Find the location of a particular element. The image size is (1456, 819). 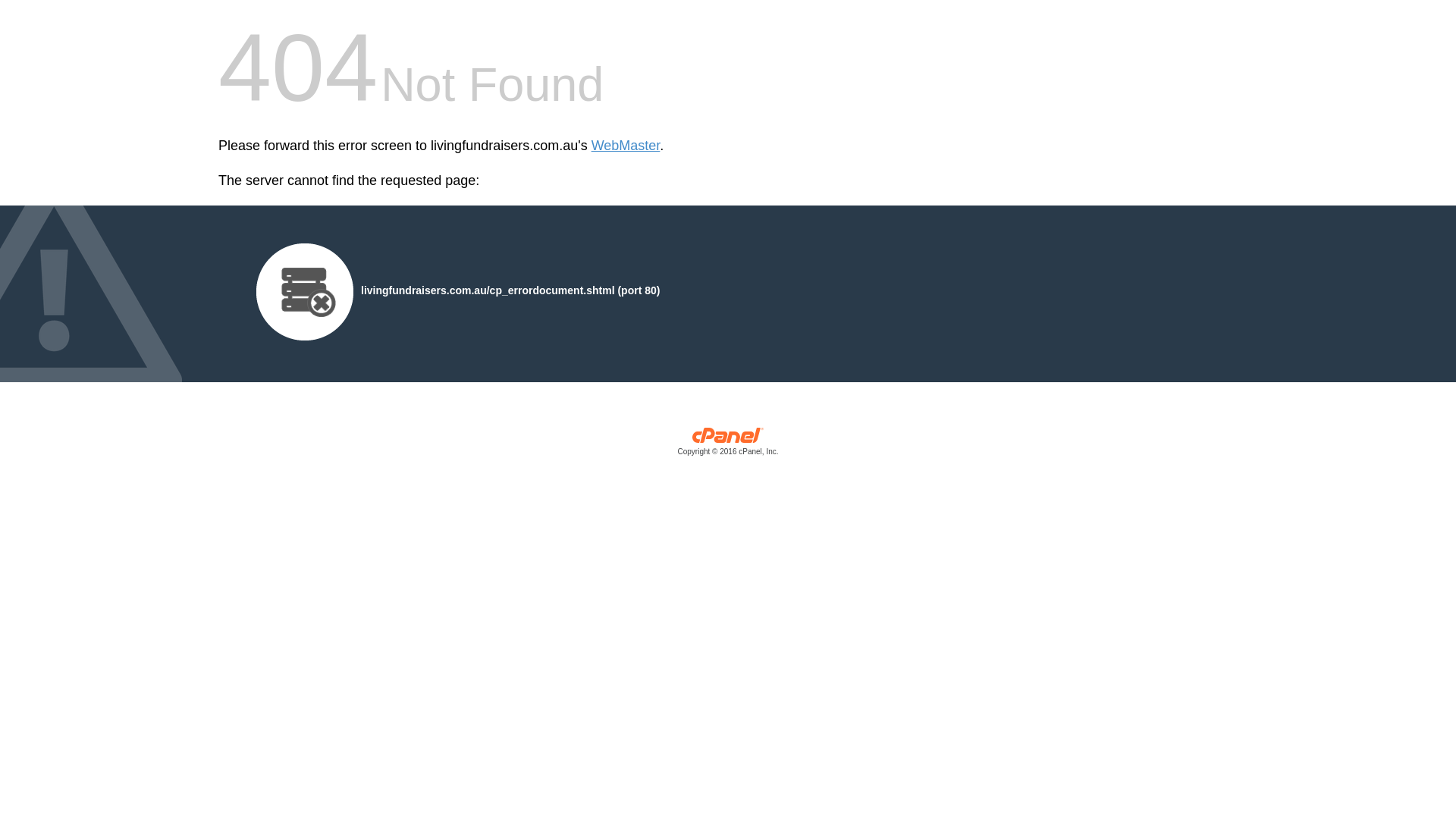

'WebMaster' is located at coordinates (590, 146).